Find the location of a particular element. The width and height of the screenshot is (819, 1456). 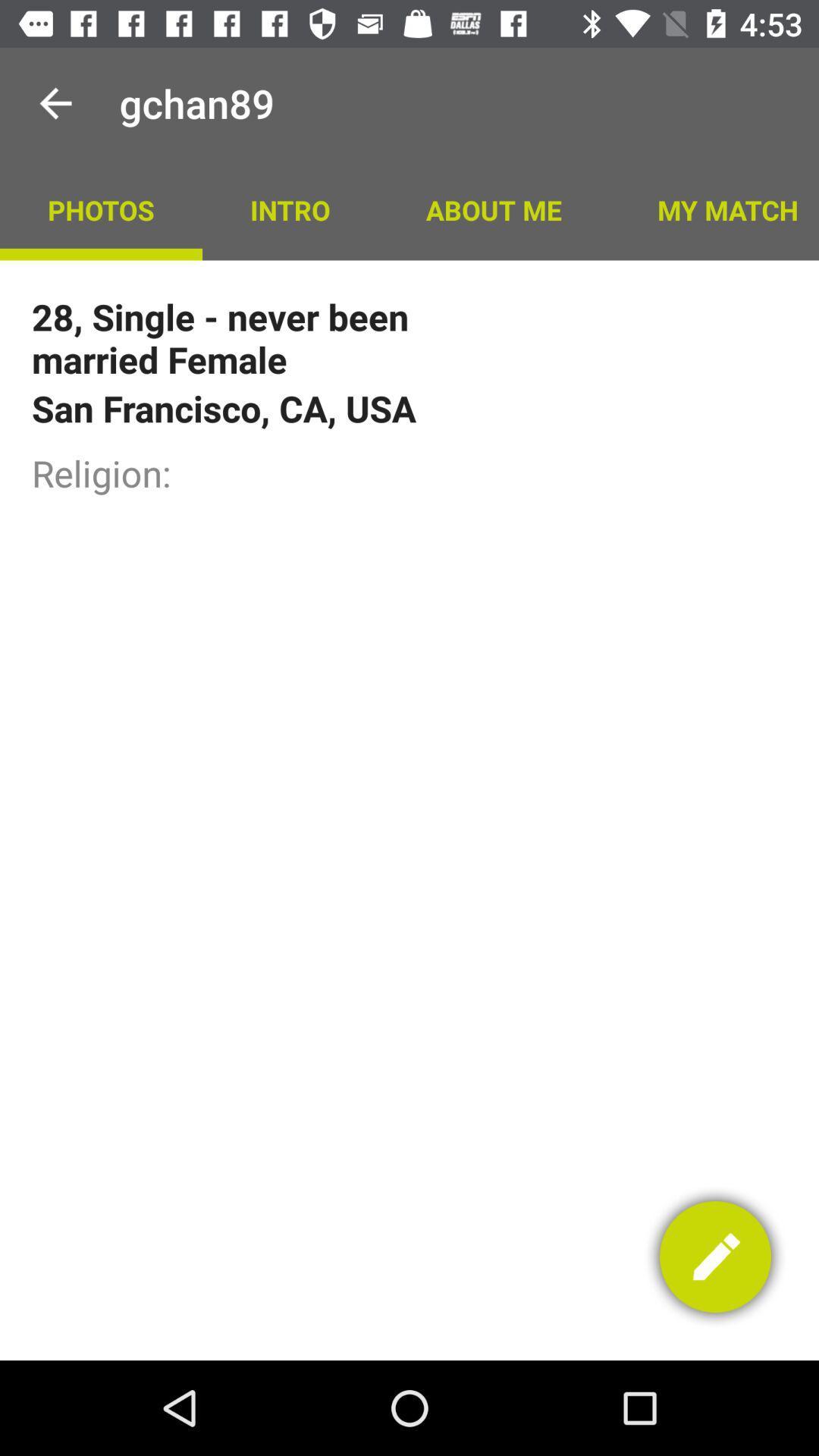

item next to the gchan89 item is located at coordinates (55, 102).